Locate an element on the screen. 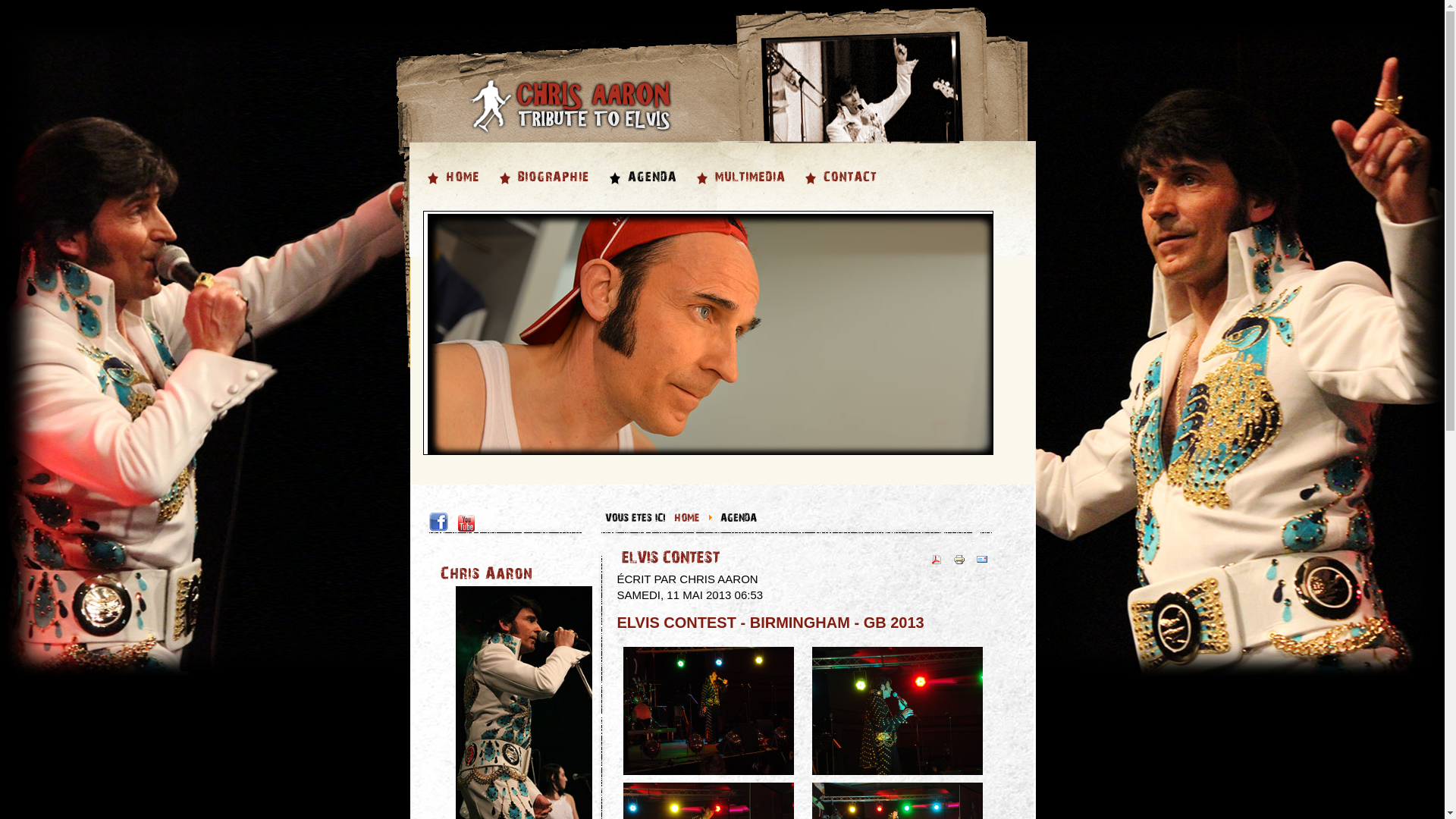 The image size is (1456, 819). 'Imprimer' is located at coordinates (959, 563).